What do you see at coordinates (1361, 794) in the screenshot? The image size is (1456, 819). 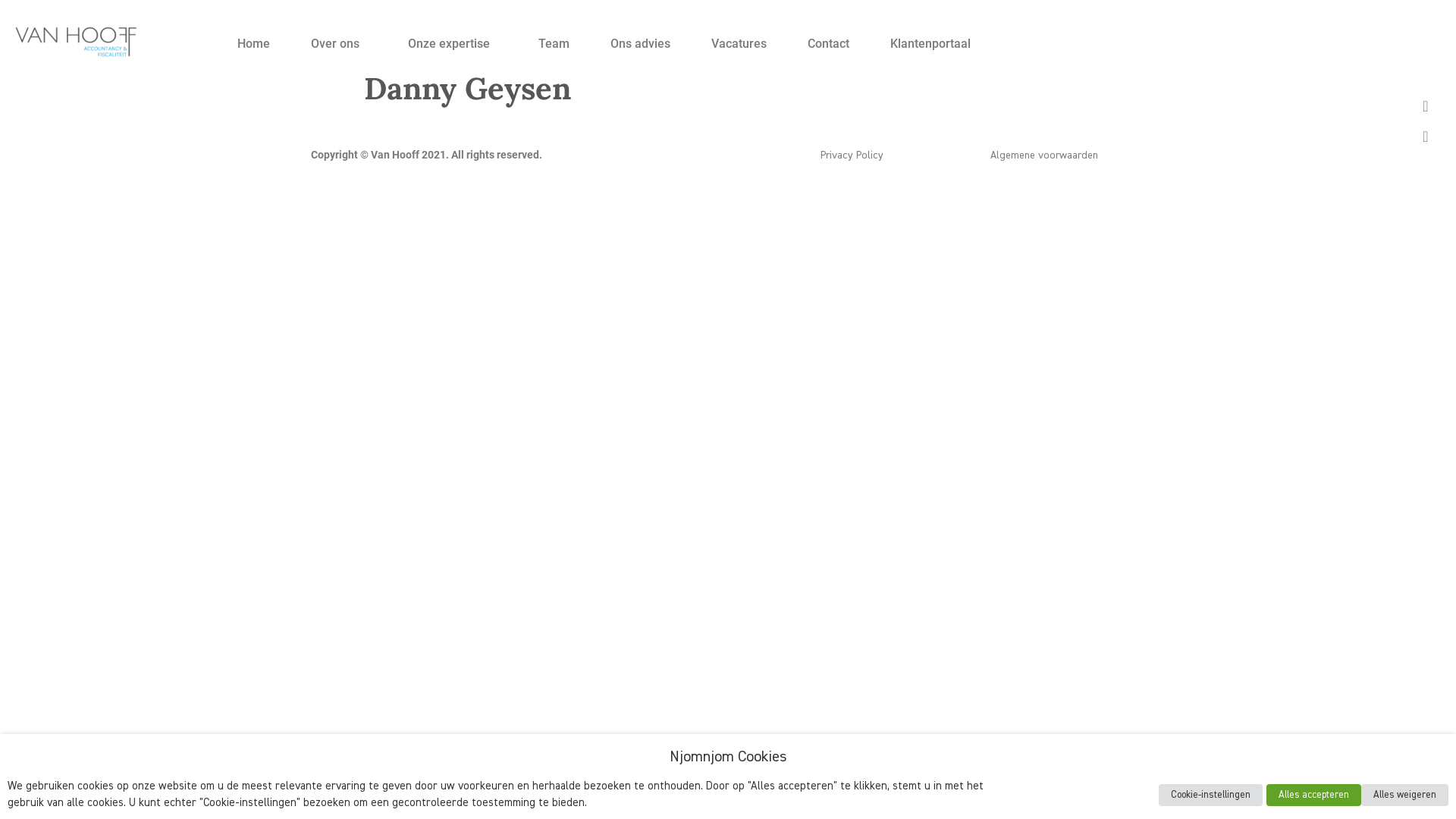 I see `'Alles weigeren'` at bounding box center [1361, 794].